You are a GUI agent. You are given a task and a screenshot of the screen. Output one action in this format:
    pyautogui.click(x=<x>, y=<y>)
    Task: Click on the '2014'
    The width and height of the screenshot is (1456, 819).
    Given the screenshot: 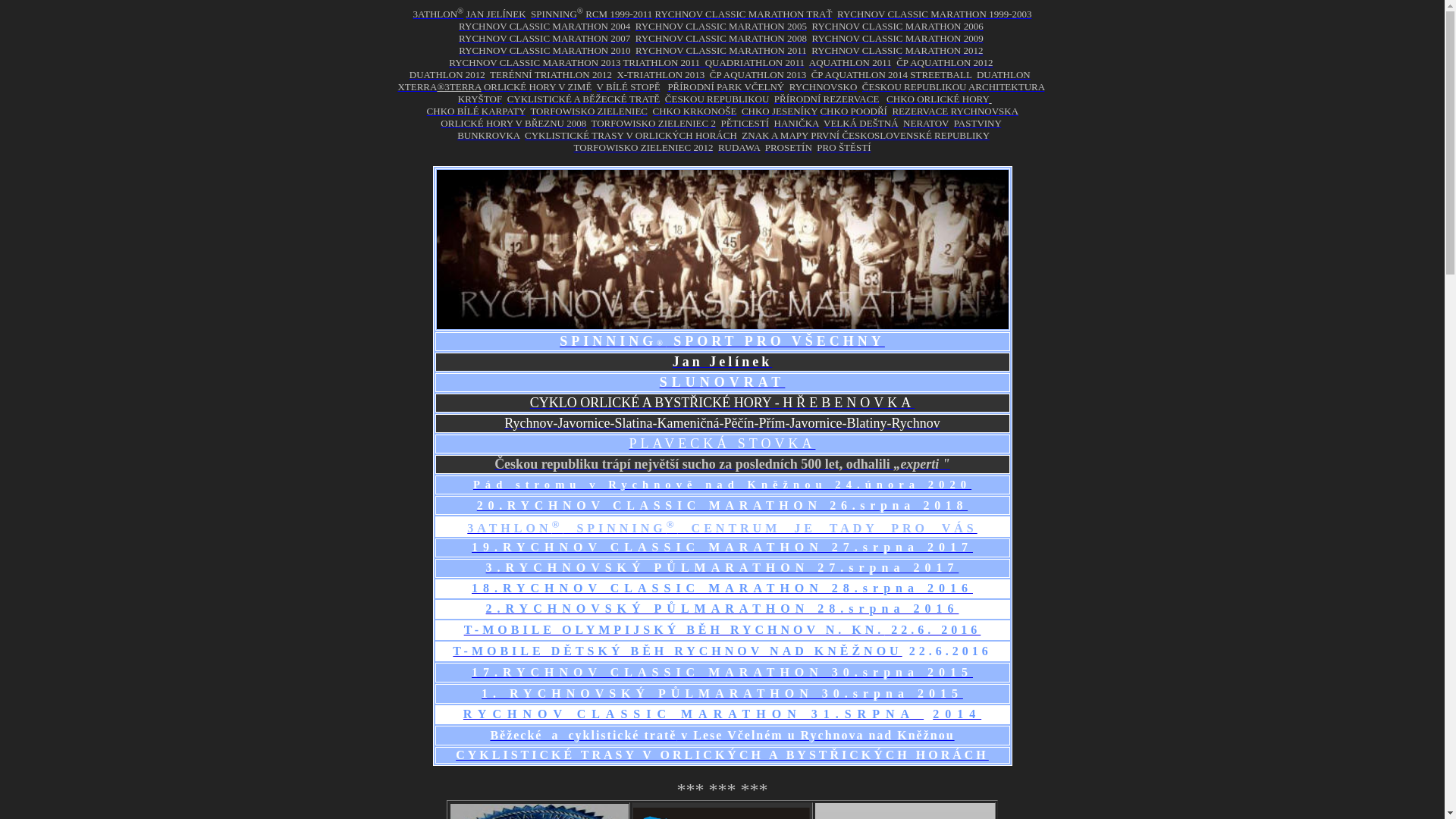 What is the action you would take?
    pyautogui.click(x=956, y=714)
    